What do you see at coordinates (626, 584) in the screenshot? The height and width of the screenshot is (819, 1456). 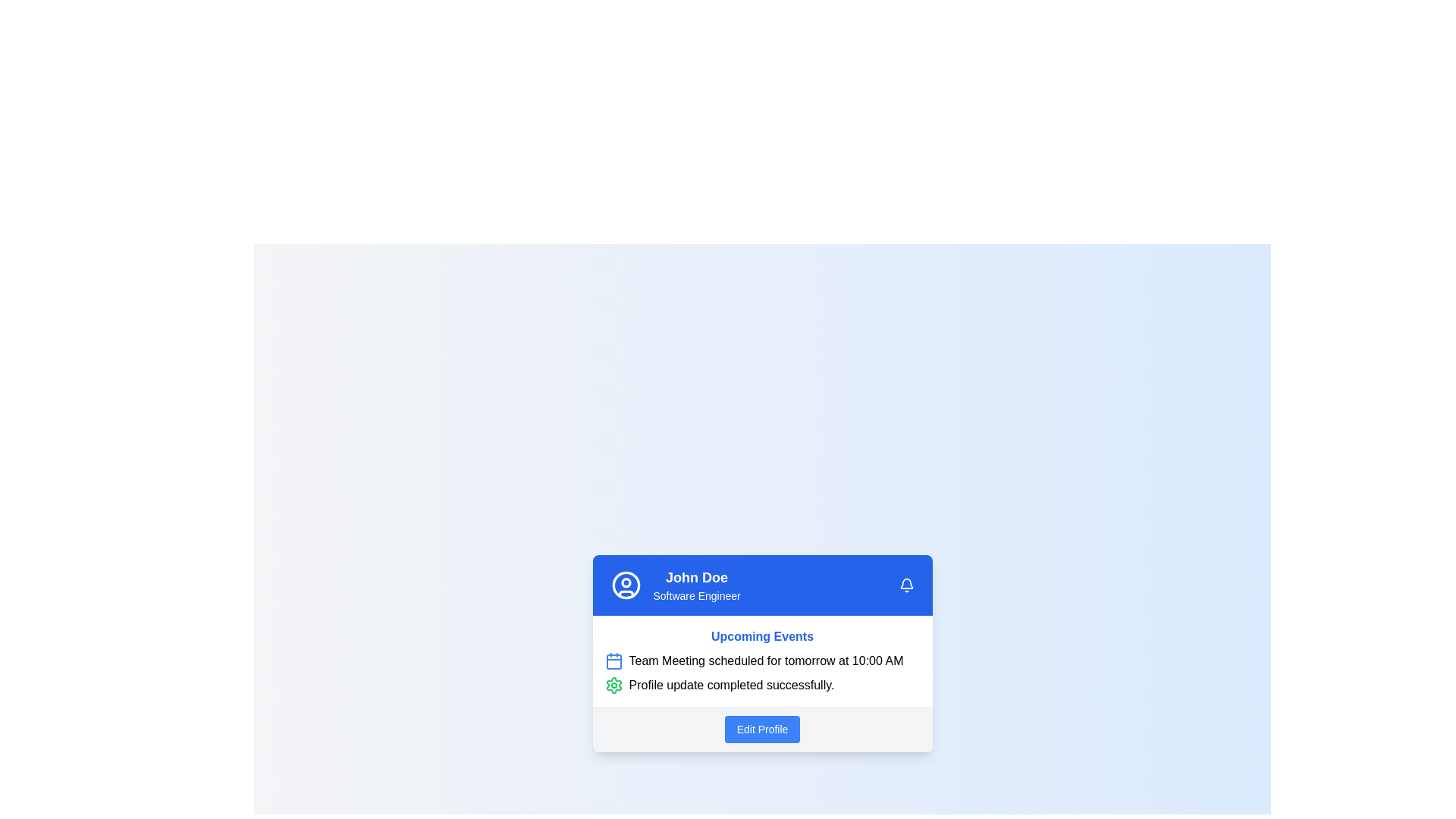 I see `the circular graphical element within the SVG that represents the outer boundary of the user profile picture, located on the top-left of the blue header card` at bounding box center [626, 584].